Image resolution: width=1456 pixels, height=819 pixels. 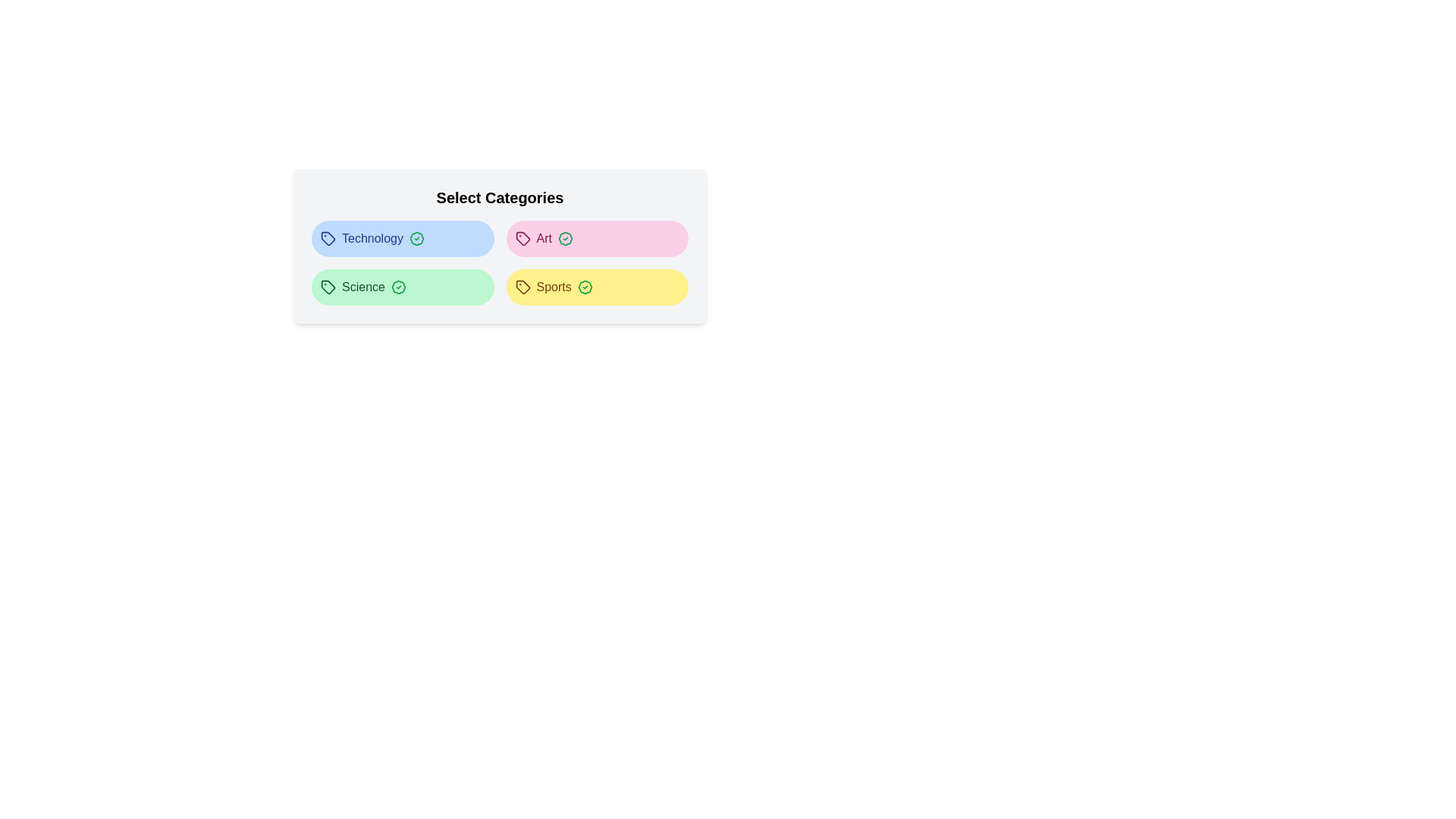 I want to click on the category tag labeled Sports, so click(x=596, y=287).